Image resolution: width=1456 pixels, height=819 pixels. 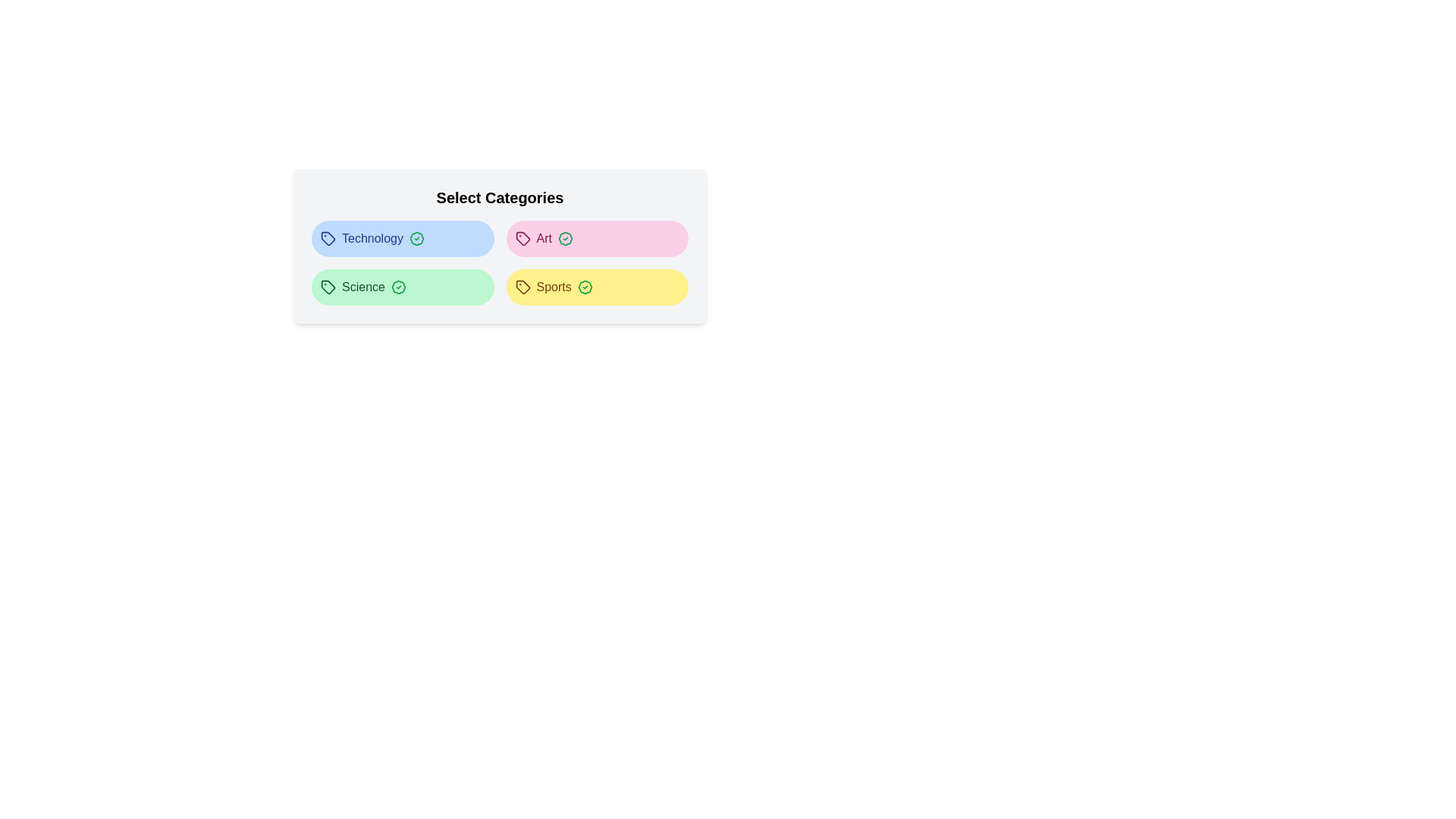 I want to click on the category tag labeled Sports, so click(x=596, y=287).